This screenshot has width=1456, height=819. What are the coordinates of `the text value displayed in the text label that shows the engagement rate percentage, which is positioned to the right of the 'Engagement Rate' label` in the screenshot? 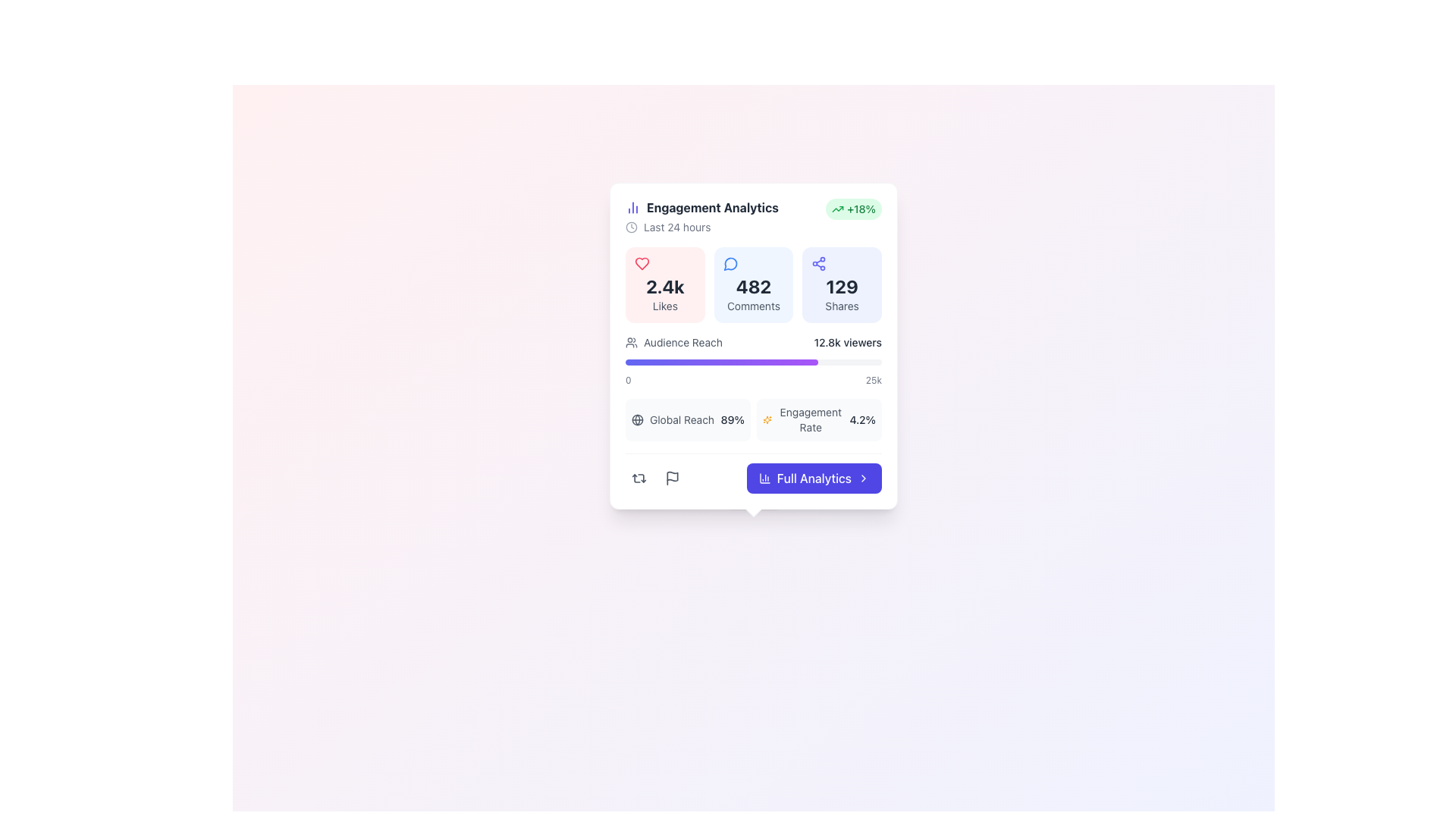 It's located at (862, 420).